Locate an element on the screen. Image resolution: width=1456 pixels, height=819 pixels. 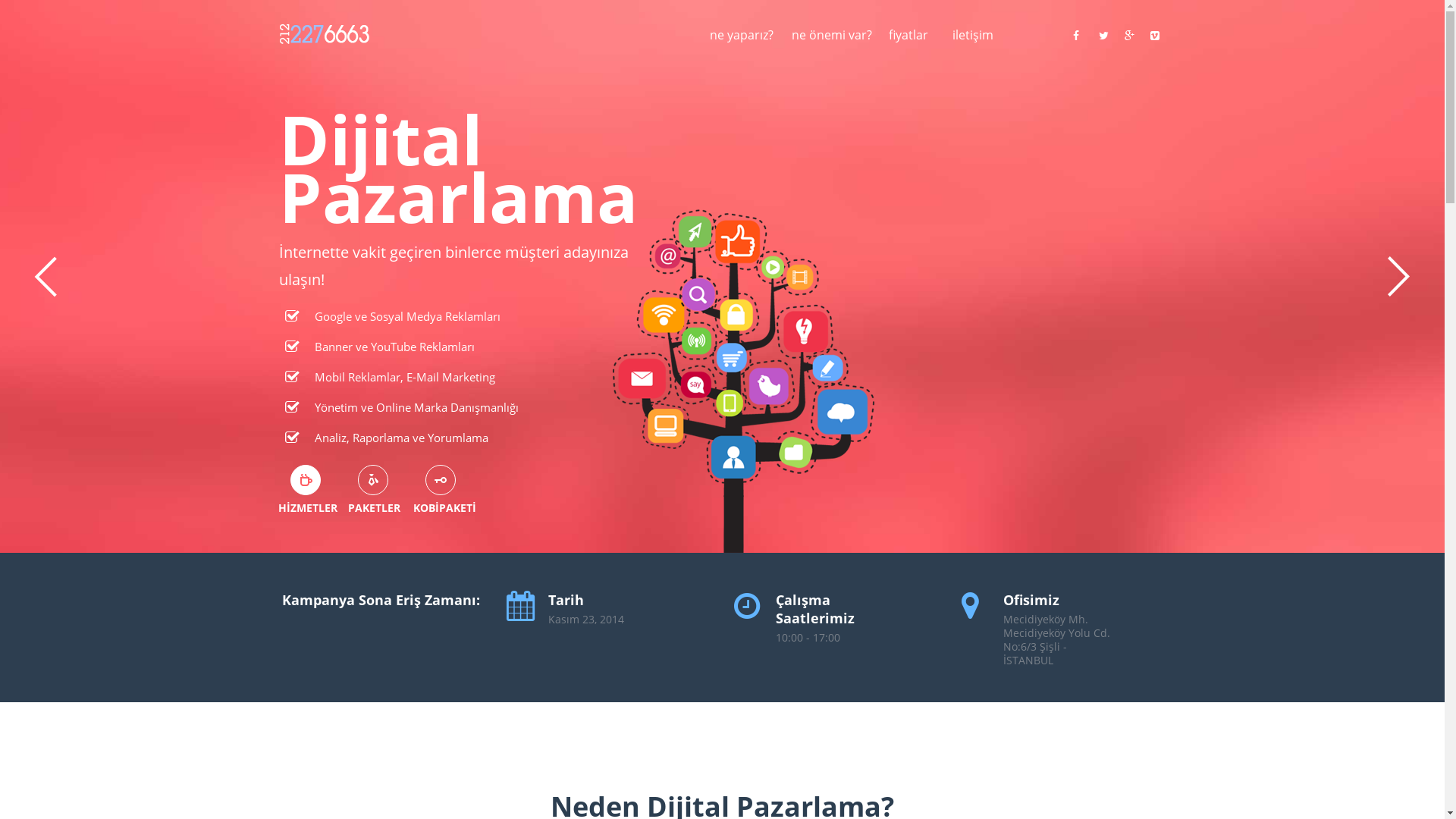
'HIZMETLER' is located at coordinates (304, 479).